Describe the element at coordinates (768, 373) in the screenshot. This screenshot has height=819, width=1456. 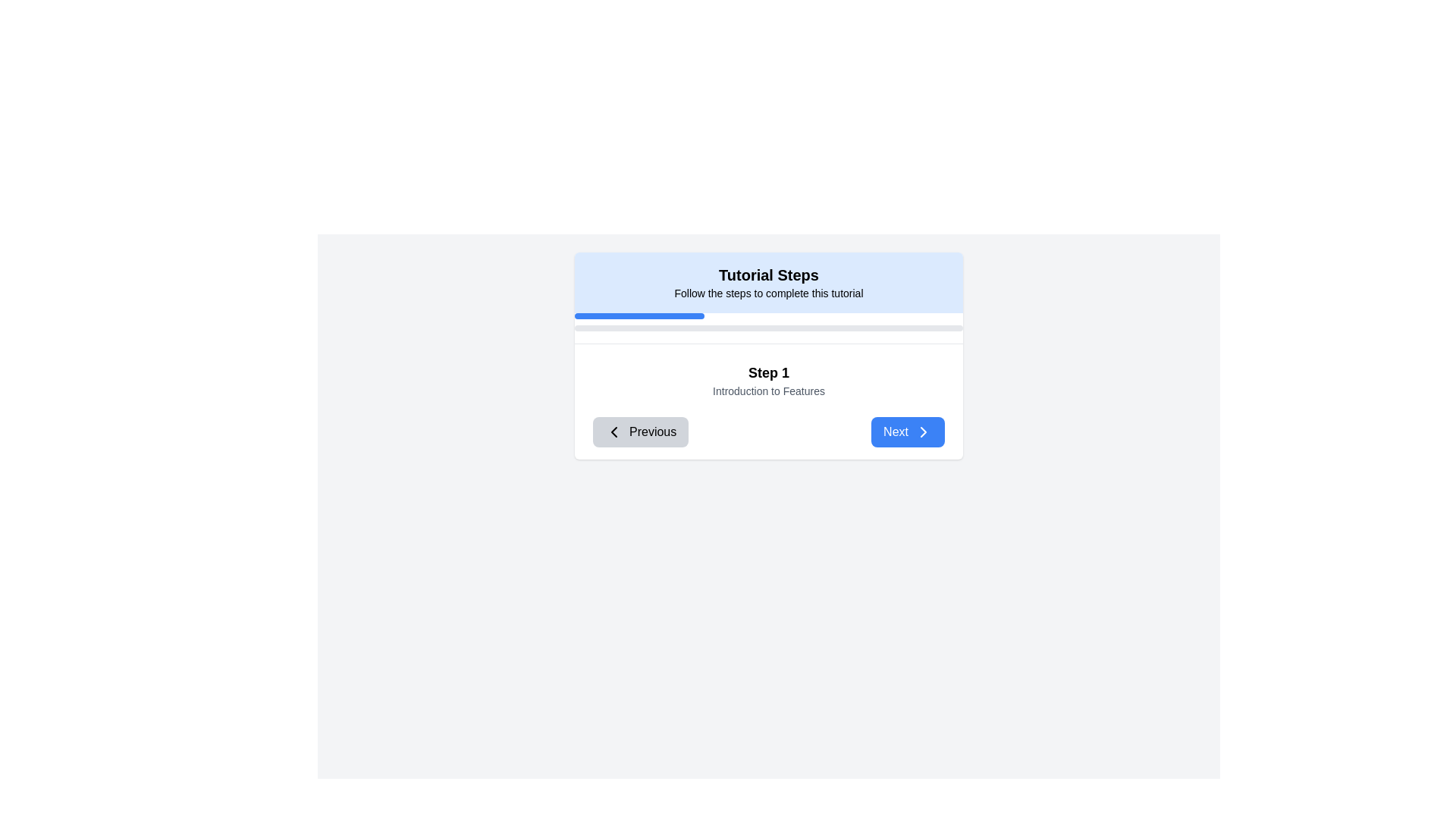
I see `the bold text label displaying 'Step 1', which is centrally aligned inside a blue-bordered panel and located above the text 'Introduction to Features'` at that location.